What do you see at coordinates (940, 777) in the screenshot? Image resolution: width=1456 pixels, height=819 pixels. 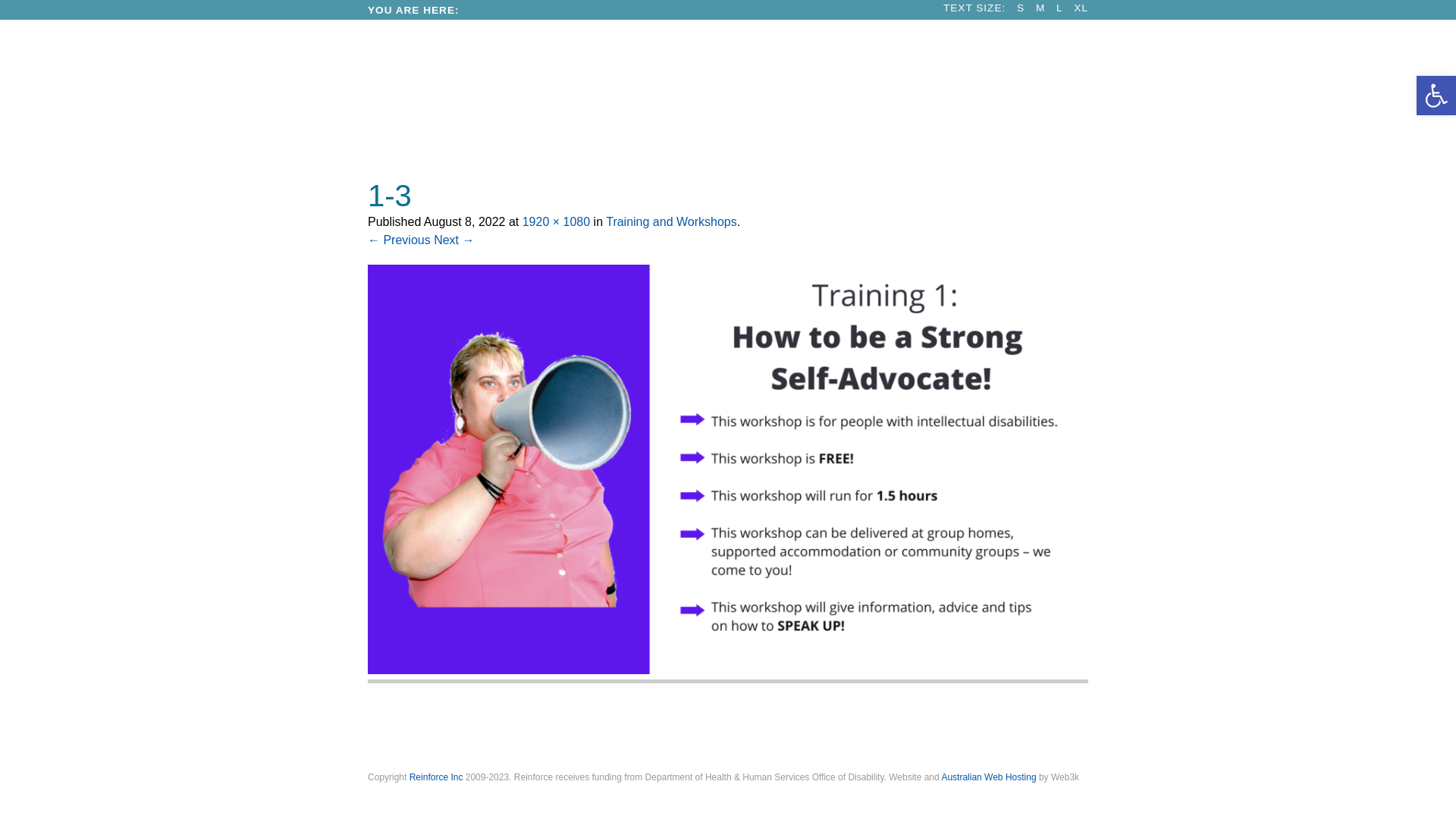 I see `'Australian Web Hosting'` at bounding box center [940, 777].